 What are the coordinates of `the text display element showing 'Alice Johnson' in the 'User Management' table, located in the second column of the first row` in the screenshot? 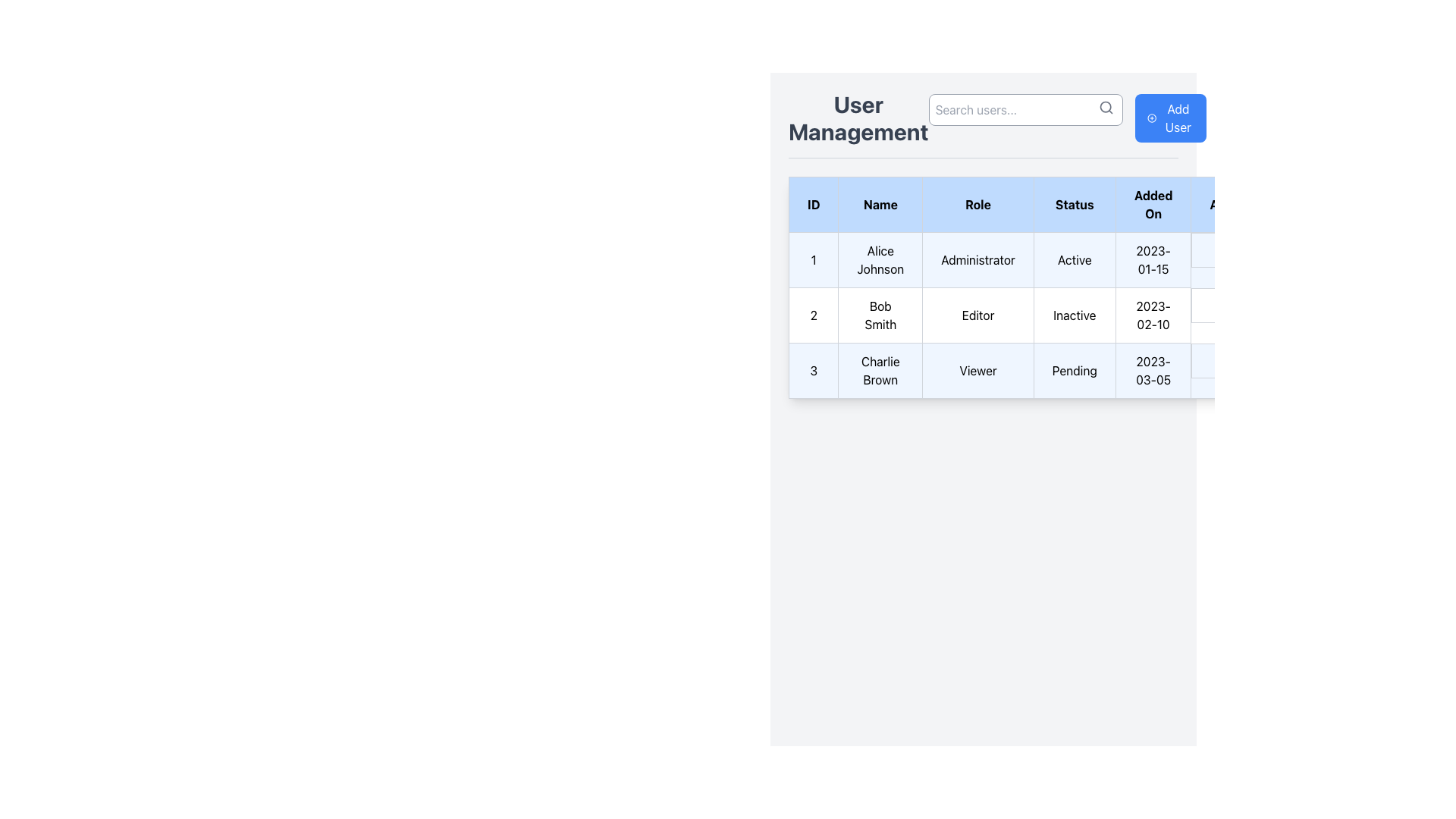 It's located at (880, 259).